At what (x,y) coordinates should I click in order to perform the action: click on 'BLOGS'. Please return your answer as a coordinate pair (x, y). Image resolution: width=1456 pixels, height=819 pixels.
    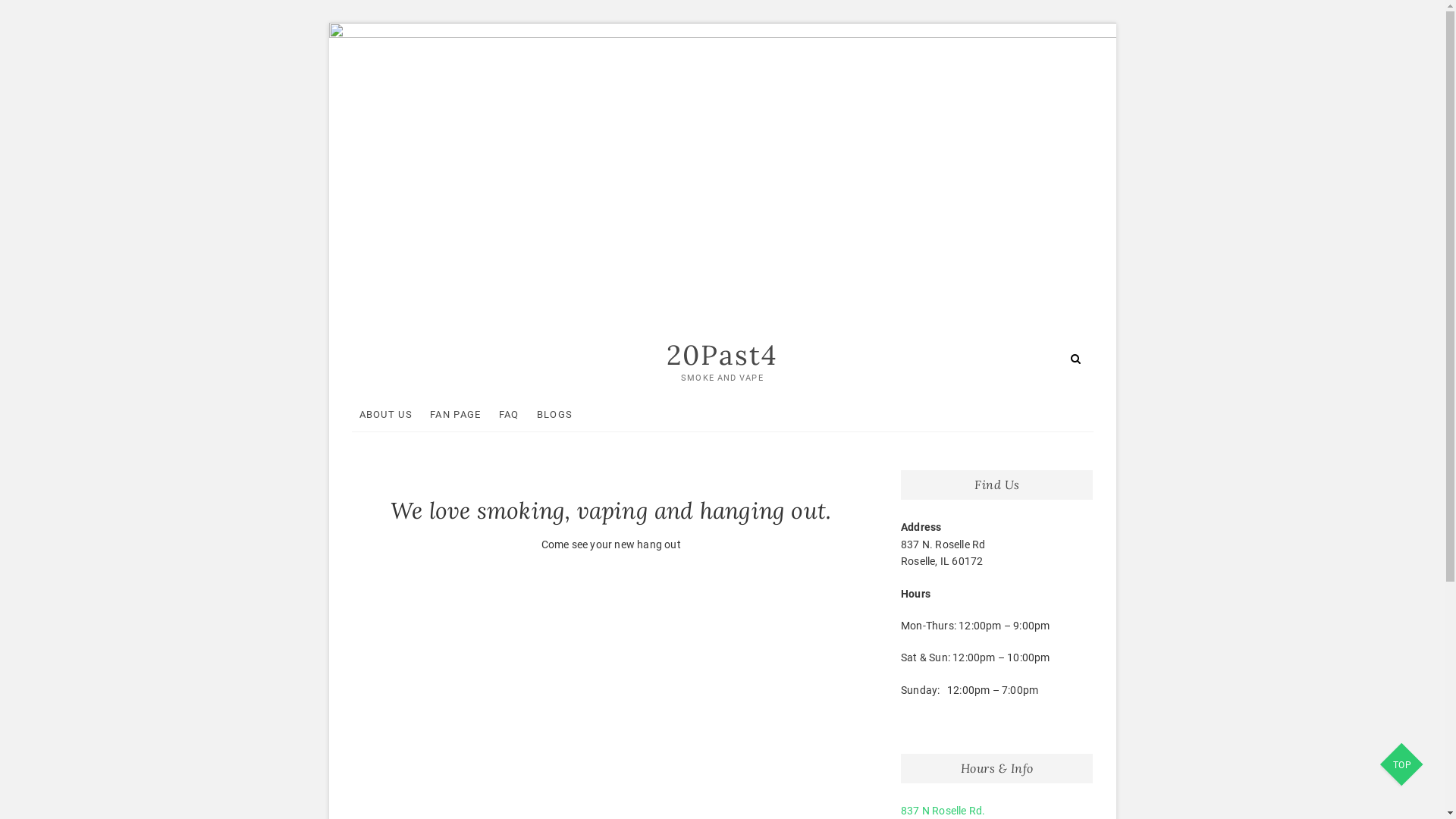
    Looking at the image, I should click on (529, 414).